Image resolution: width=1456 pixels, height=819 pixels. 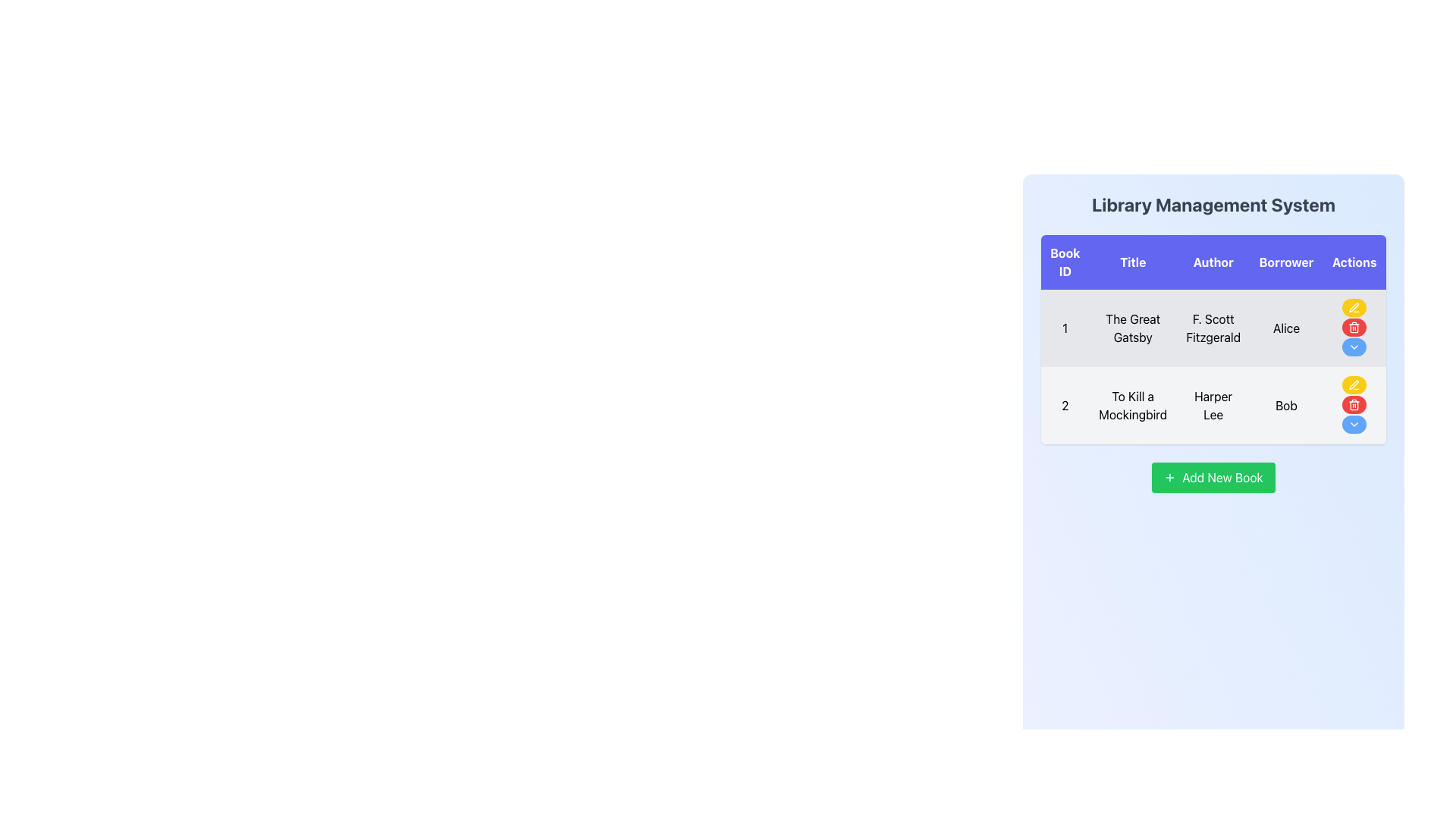 I want to click on the red button with white text and a trash can icon located in the 'Actions' column of the second row, so click(x=1354, y=403).